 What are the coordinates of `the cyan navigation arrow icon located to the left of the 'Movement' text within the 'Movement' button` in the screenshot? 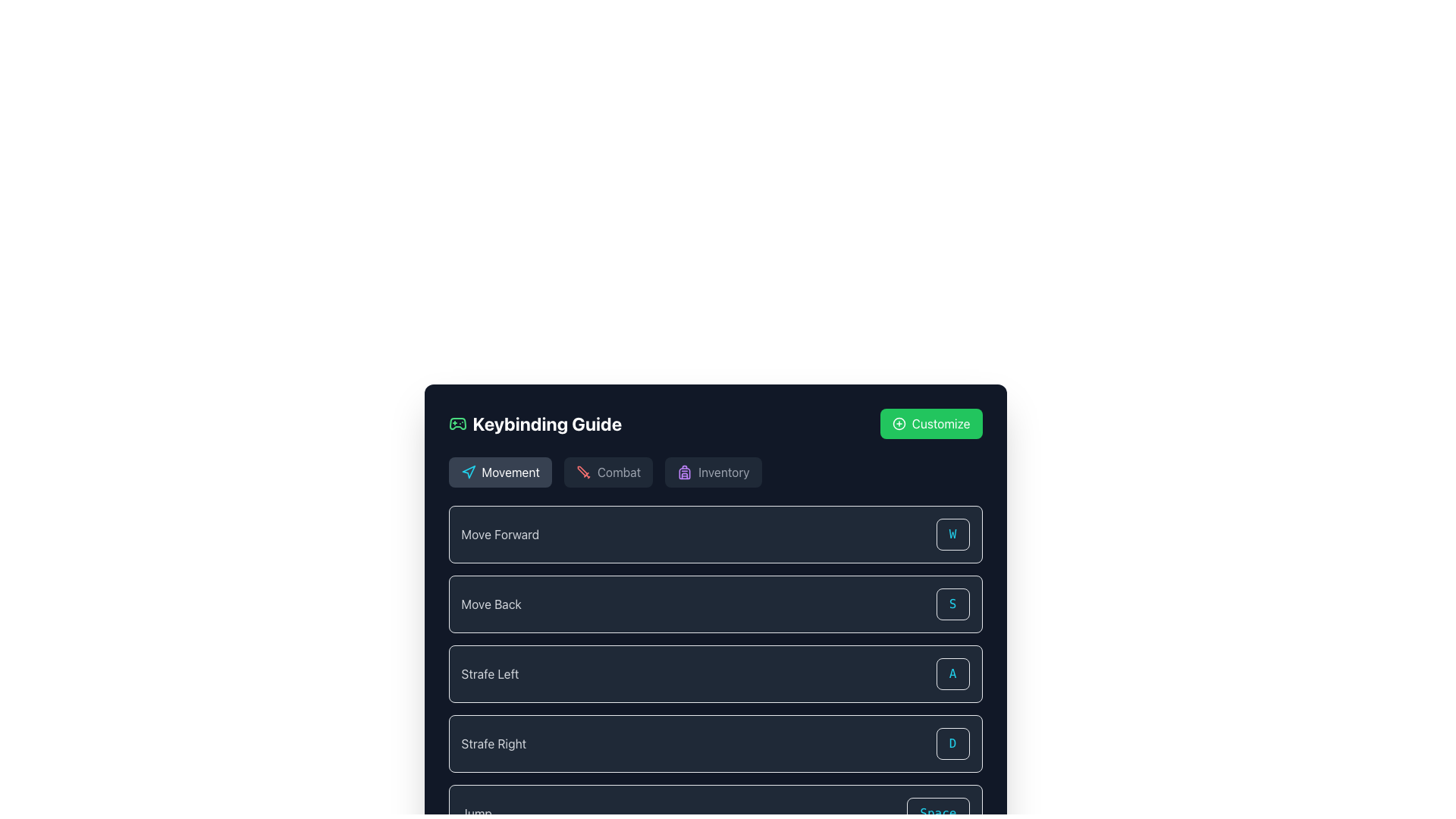 It's located at (467, 472).